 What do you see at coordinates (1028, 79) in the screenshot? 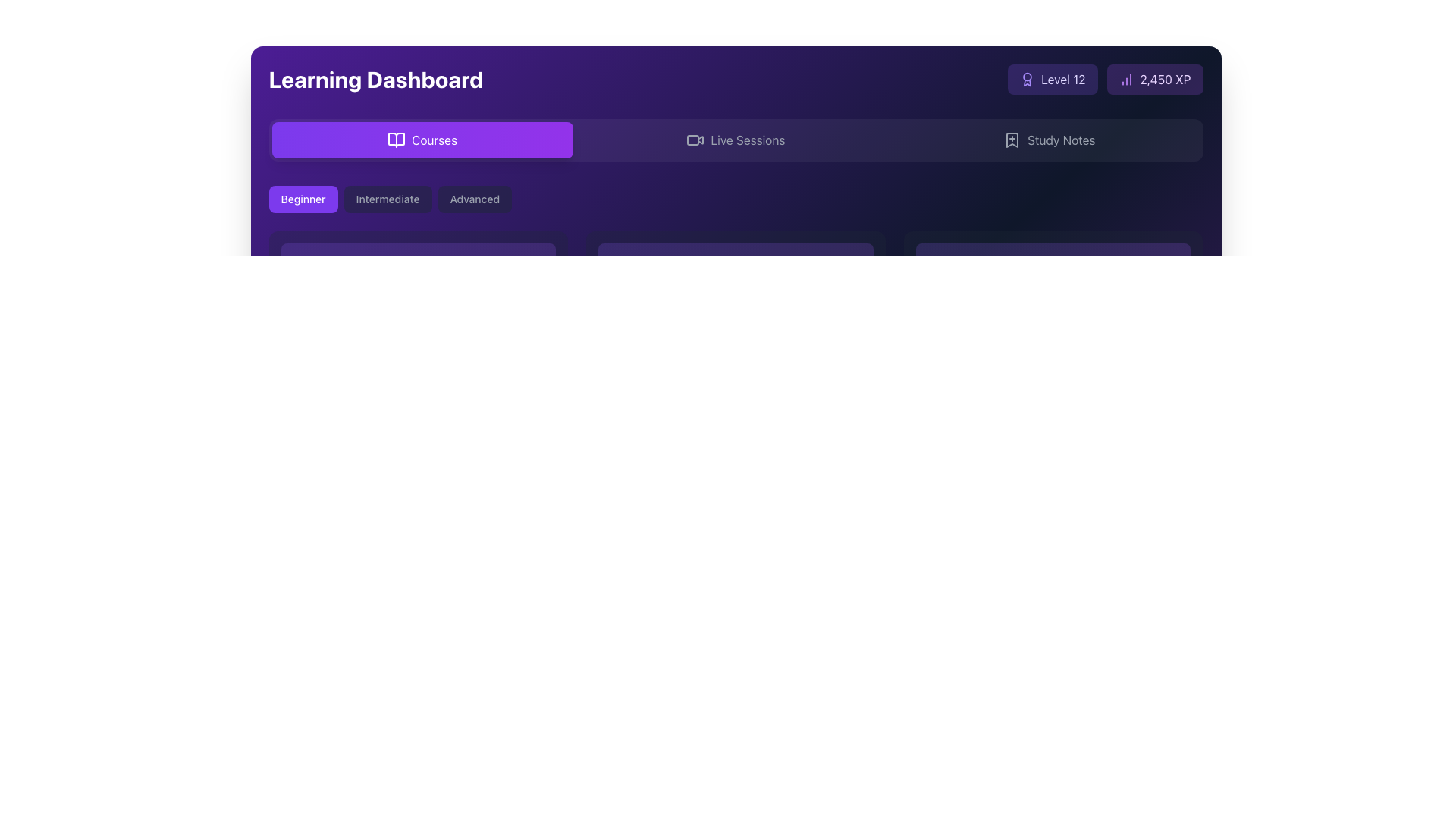
I see `the violet award badge icon located at the far right of the top navigation bar, adjacent to the text 'Level 12'` at bounding box center [1028, 79].